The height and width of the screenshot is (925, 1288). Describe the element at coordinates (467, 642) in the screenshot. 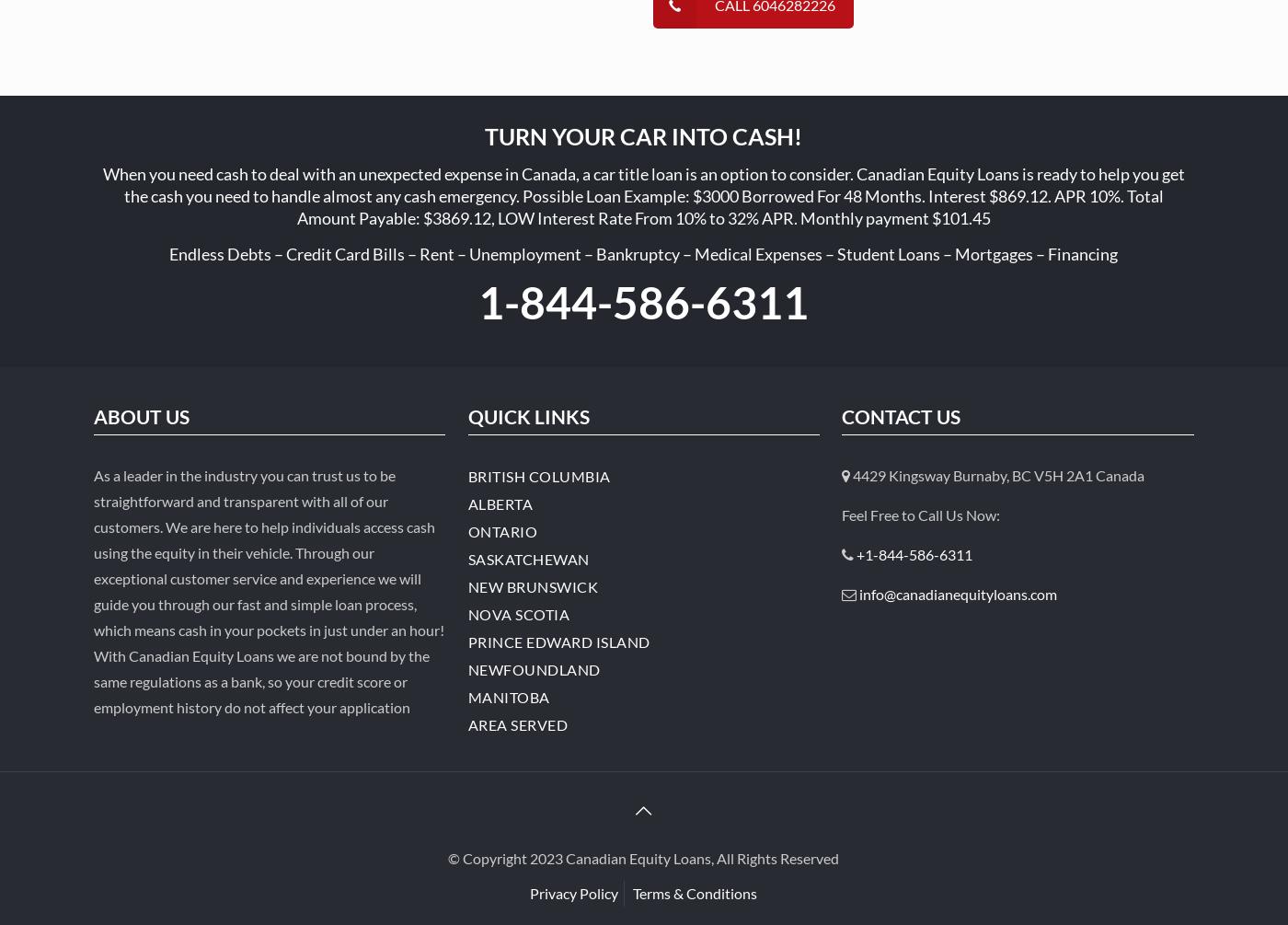

I see `'Prince Edward Island'` at that location.